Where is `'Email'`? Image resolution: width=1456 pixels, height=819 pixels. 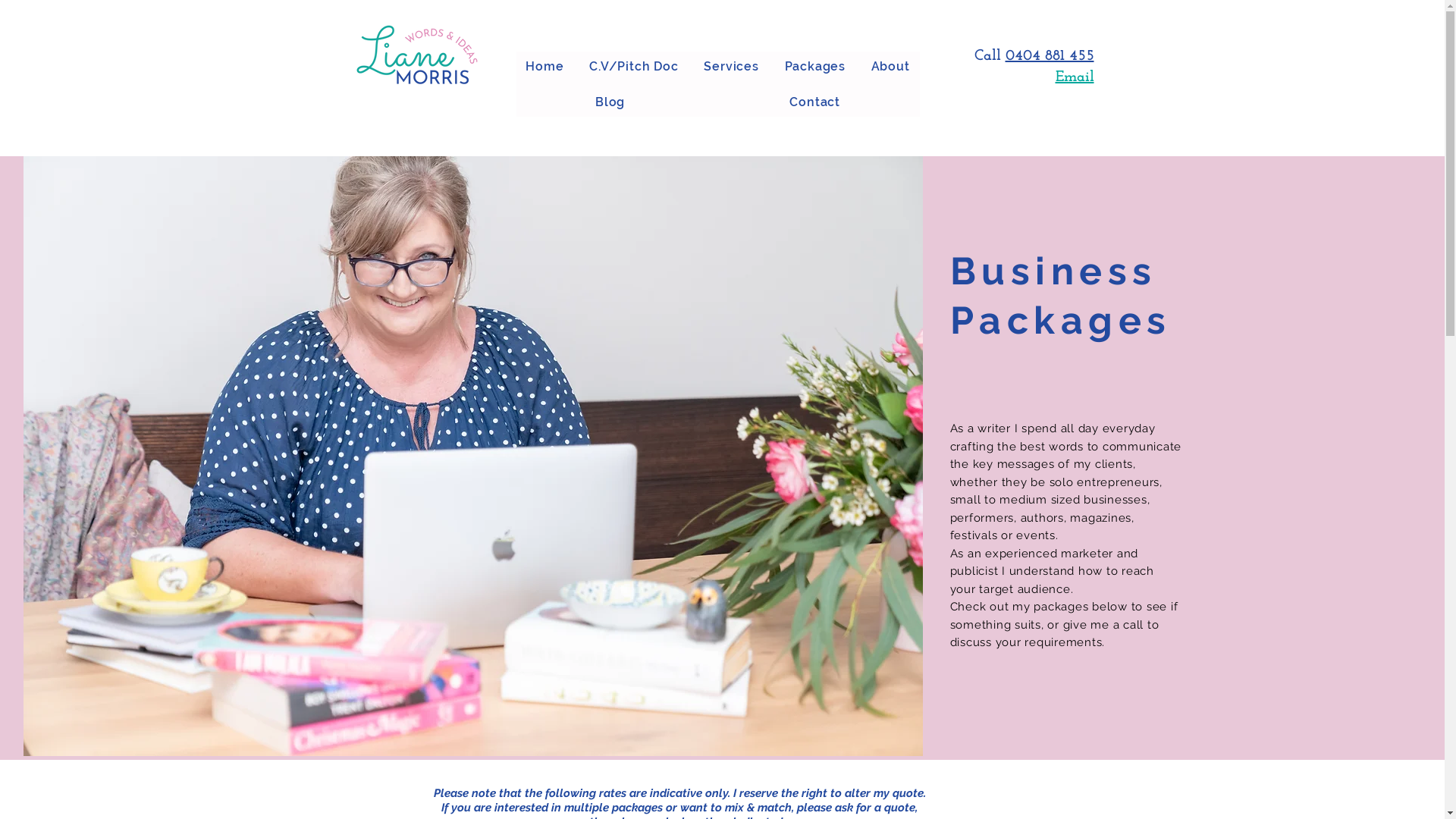 'Email' is located at coordinates (1074, 76).